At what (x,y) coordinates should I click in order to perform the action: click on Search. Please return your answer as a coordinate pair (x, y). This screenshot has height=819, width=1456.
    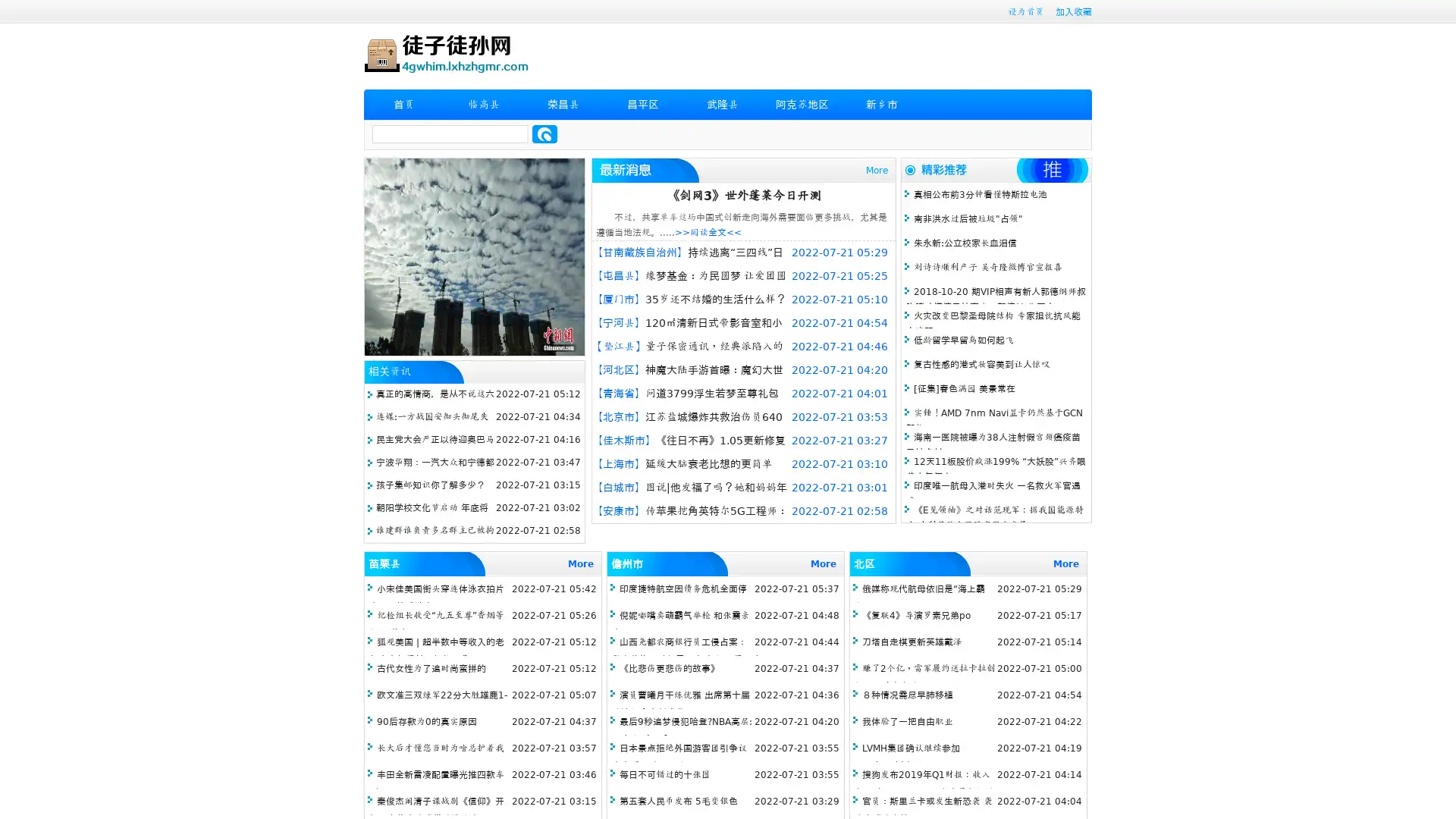
    Looking at the image, I should click on (544, 133).